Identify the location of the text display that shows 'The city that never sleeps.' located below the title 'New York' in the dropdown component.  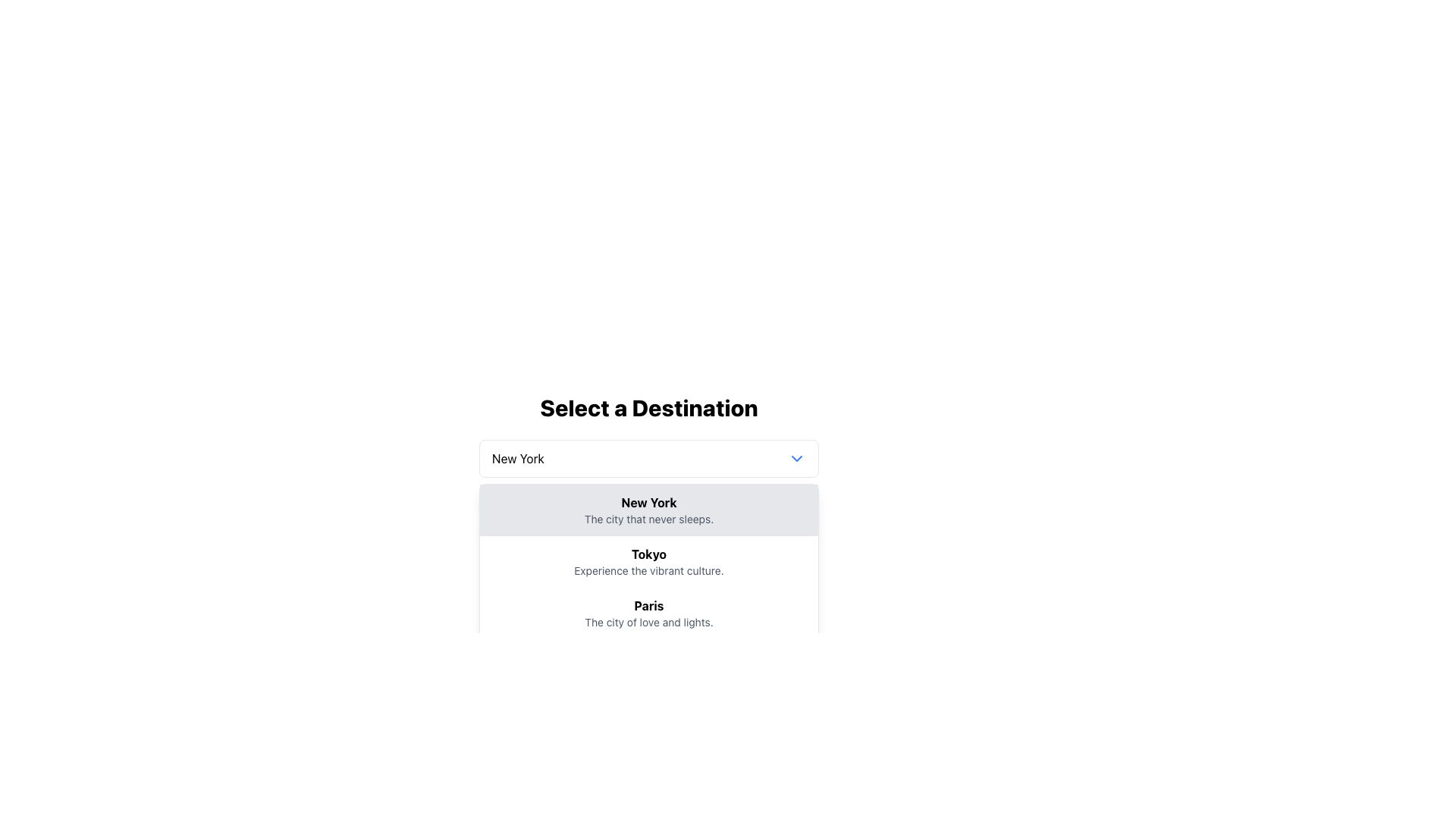
(648, 516).